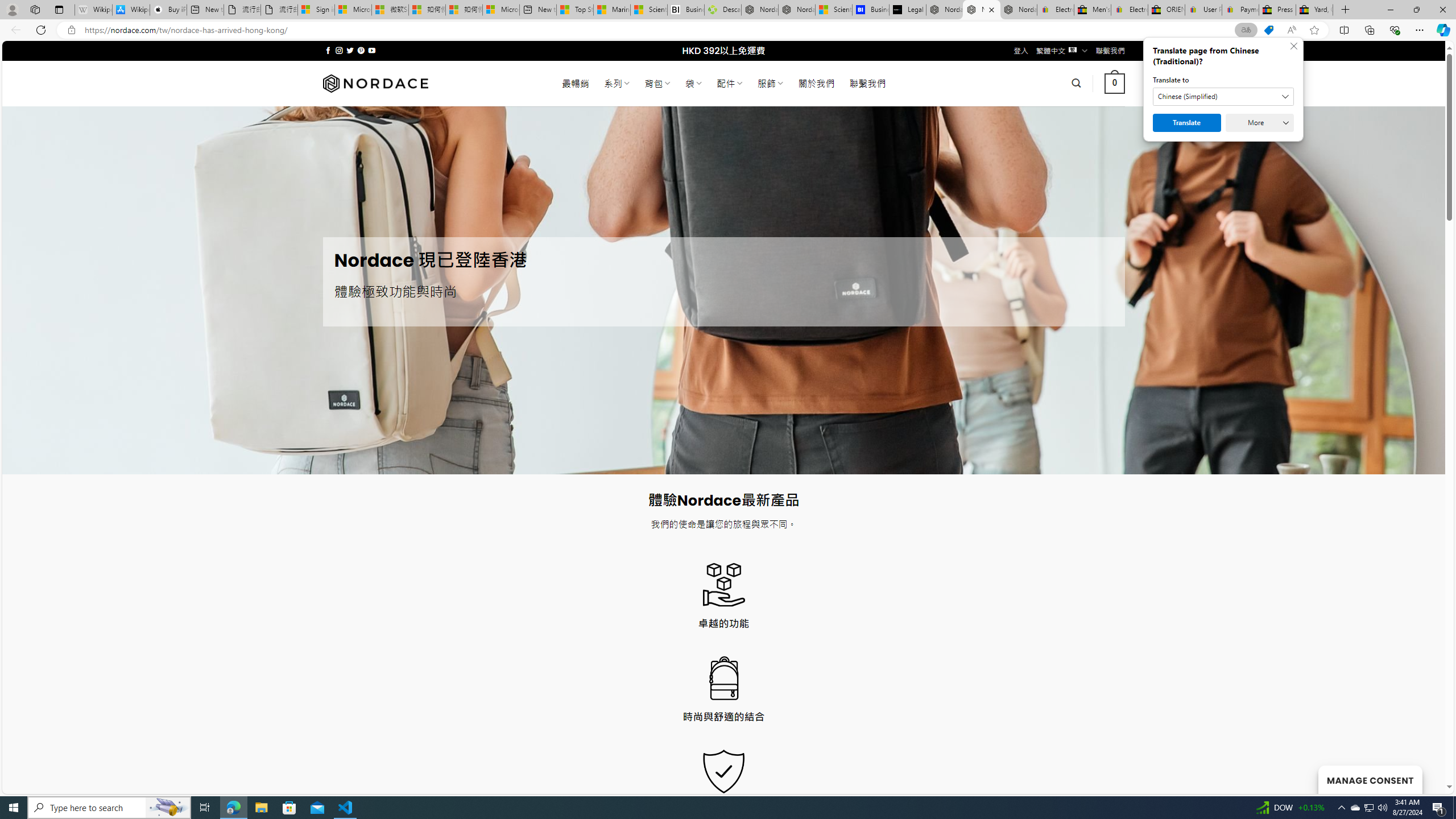  What do you see at coordinates (1115, 82) in the screenshot?
I see `' 0 '` at bounding box center [1115, 82].